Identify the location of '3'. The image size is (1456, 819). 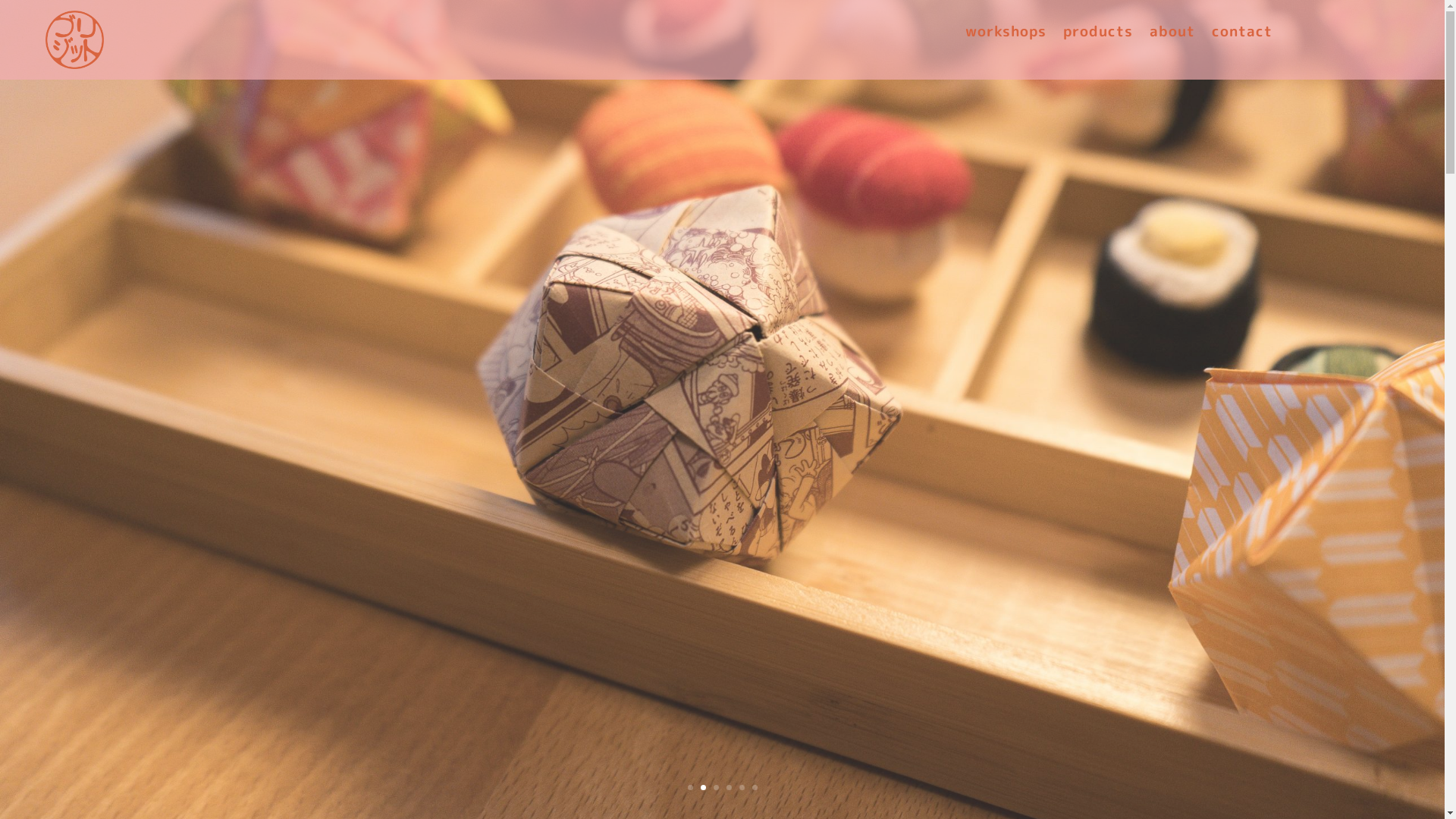
(714, 786).